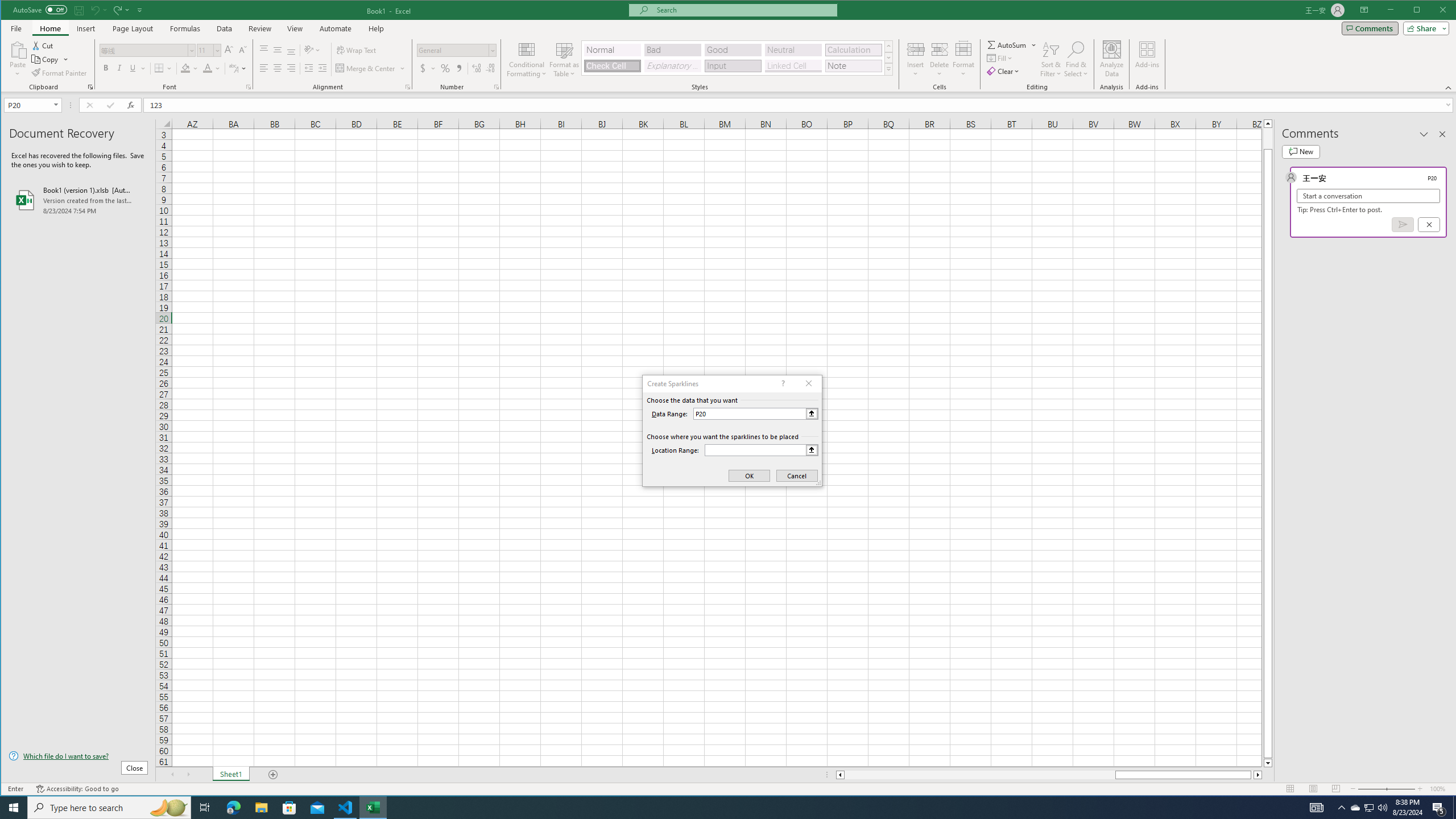 This screenshot has width=1456, height=819. Describe the element at coordinates (370, 68) in the screenshot. I see `'Merge & Center'` at that location.